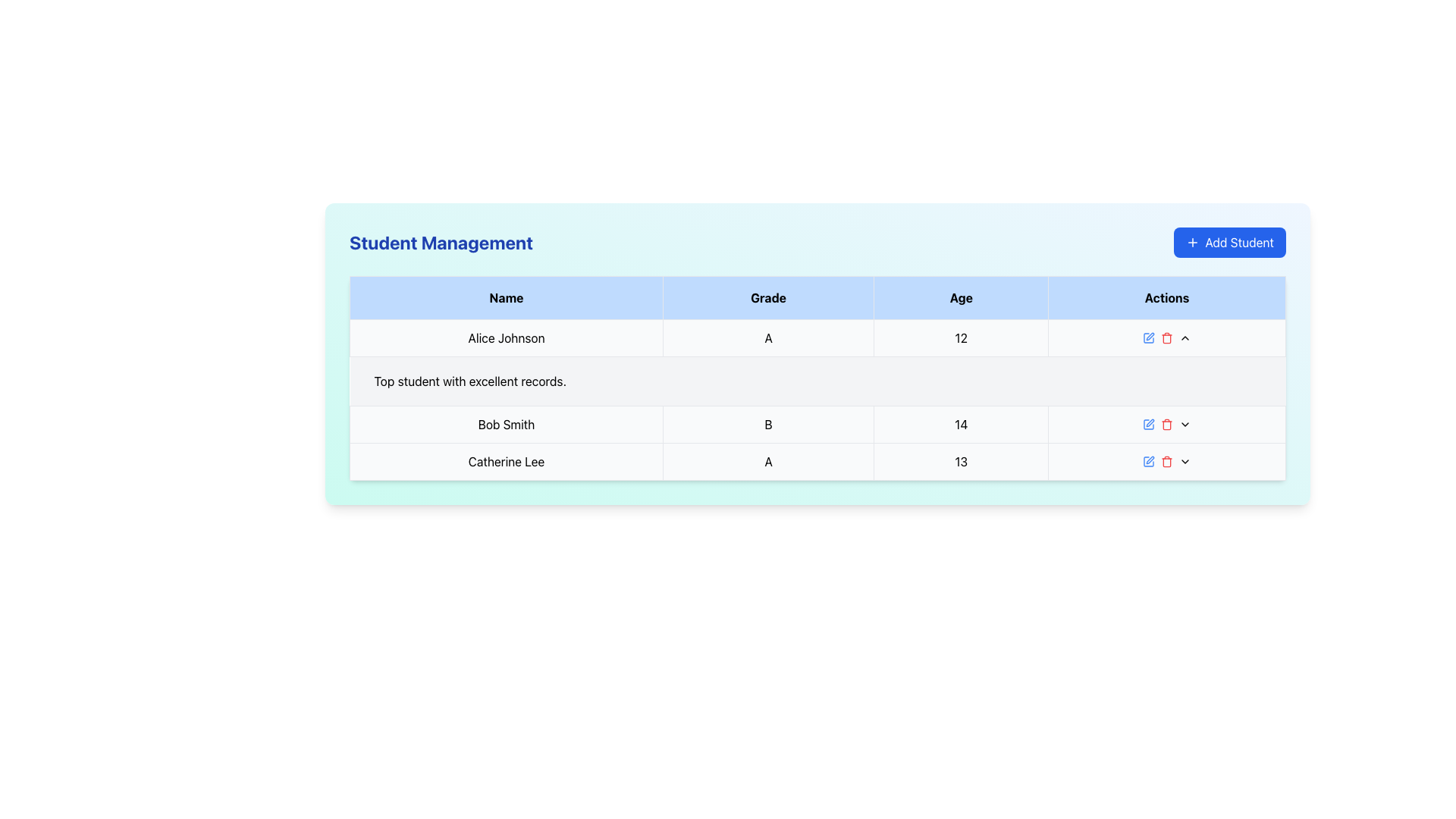 The width and height of the screenshot is (1456, 819). I want to click on the downward-pointing chevron icon in the 'Actions' column of the student management table for 'Catherine Lee', so click(1185, 461).